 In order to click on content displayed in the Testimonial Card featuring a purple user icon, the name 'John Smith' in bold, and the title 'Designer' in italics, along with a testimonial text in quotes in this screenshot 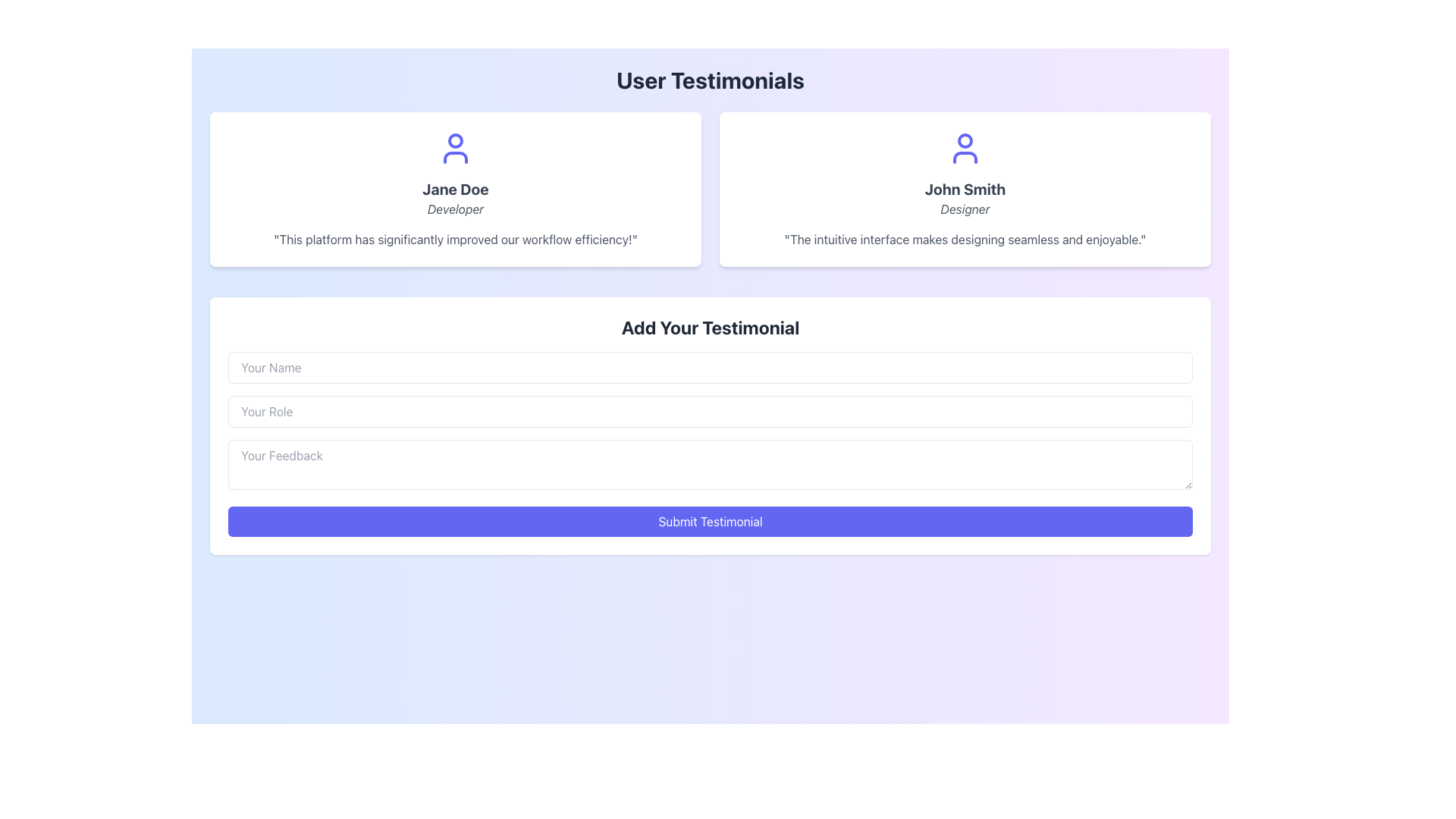, I will do `click(964, 189)`.